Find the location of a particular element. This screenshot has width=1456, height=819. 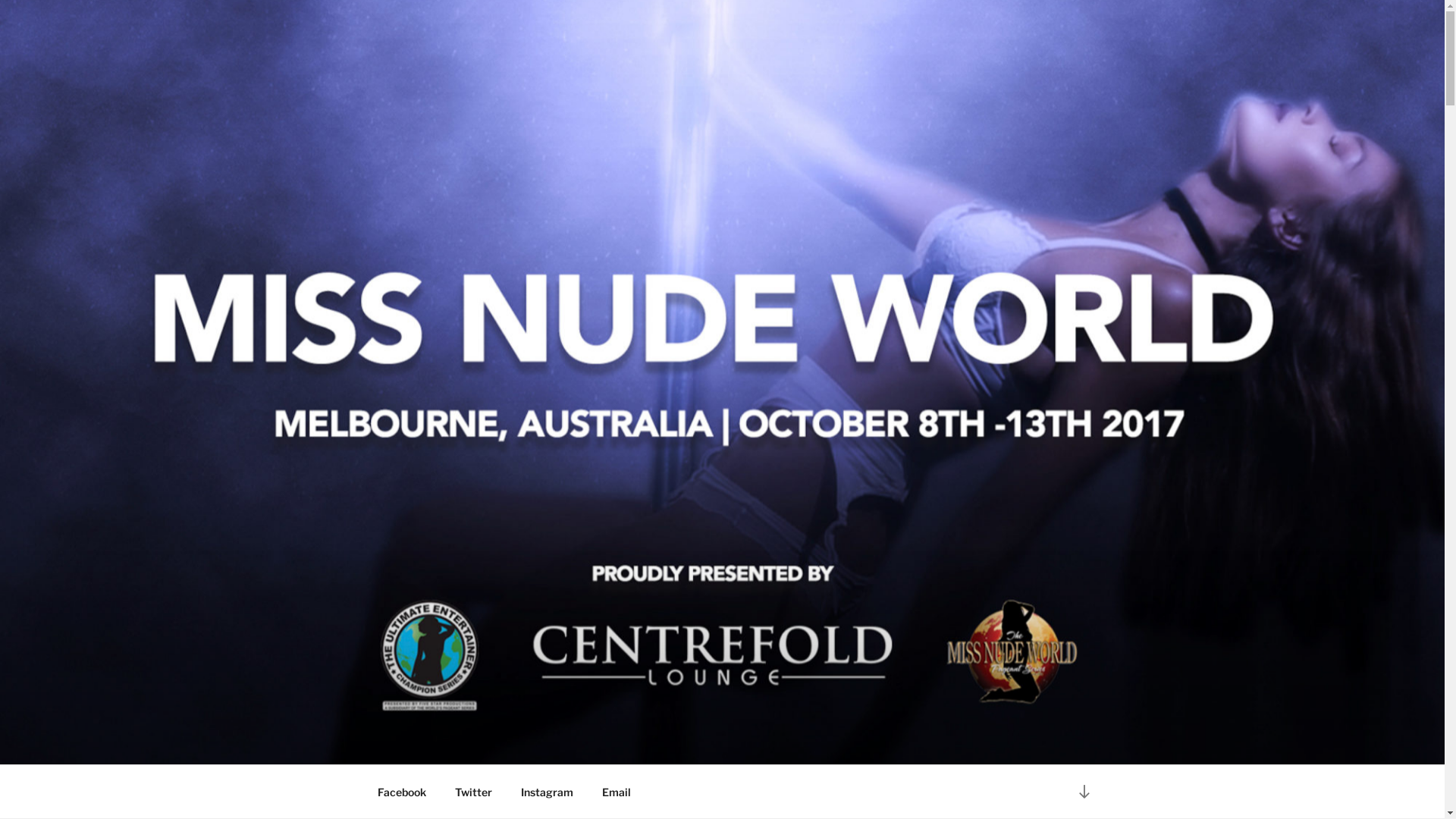

'Instagram' is located at coordinates (508, 791).